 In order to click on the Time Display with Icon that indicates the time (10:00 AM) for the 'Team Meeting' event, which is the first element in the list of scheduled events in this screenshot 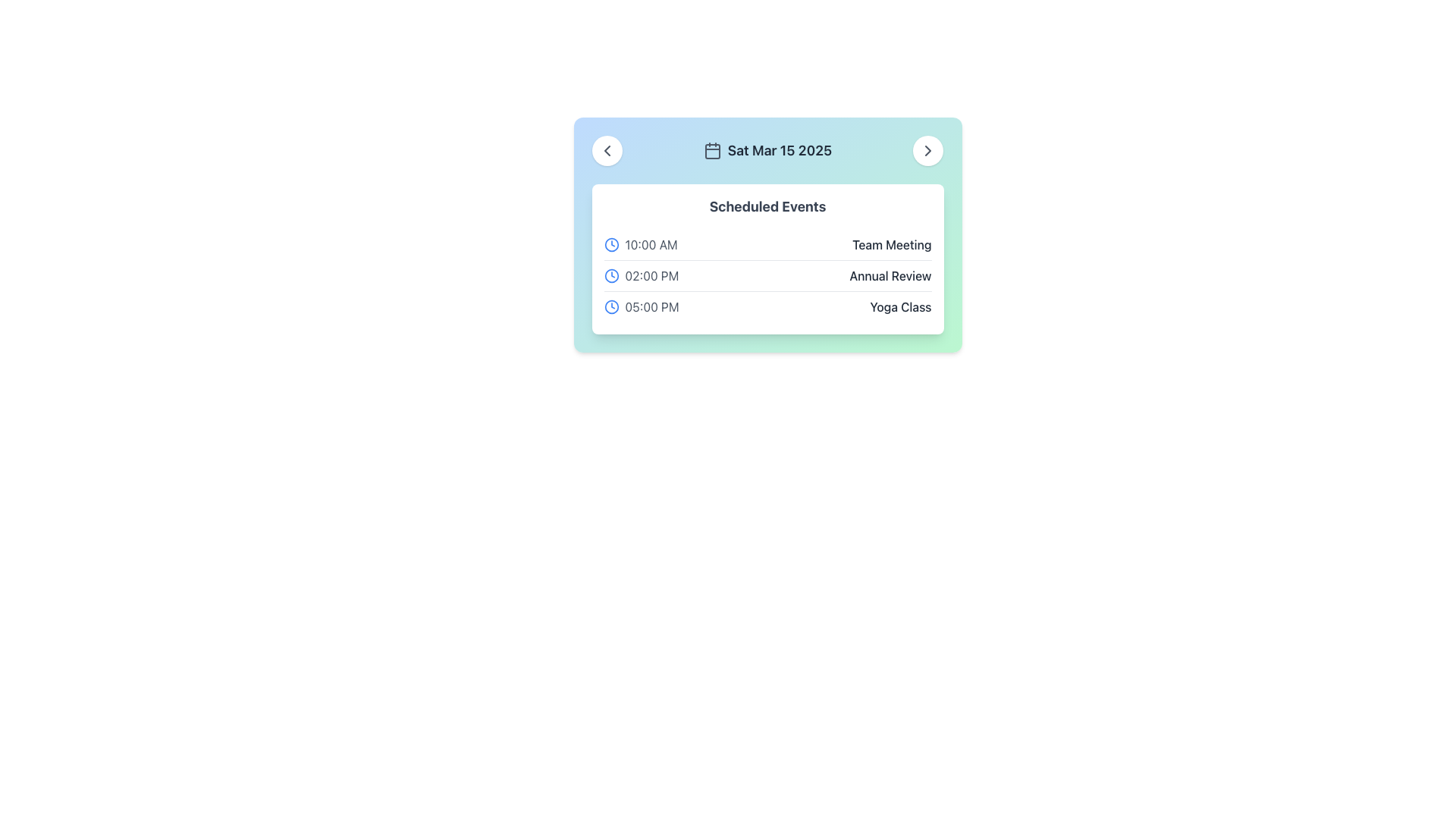, I will do `click(641, 244)`.